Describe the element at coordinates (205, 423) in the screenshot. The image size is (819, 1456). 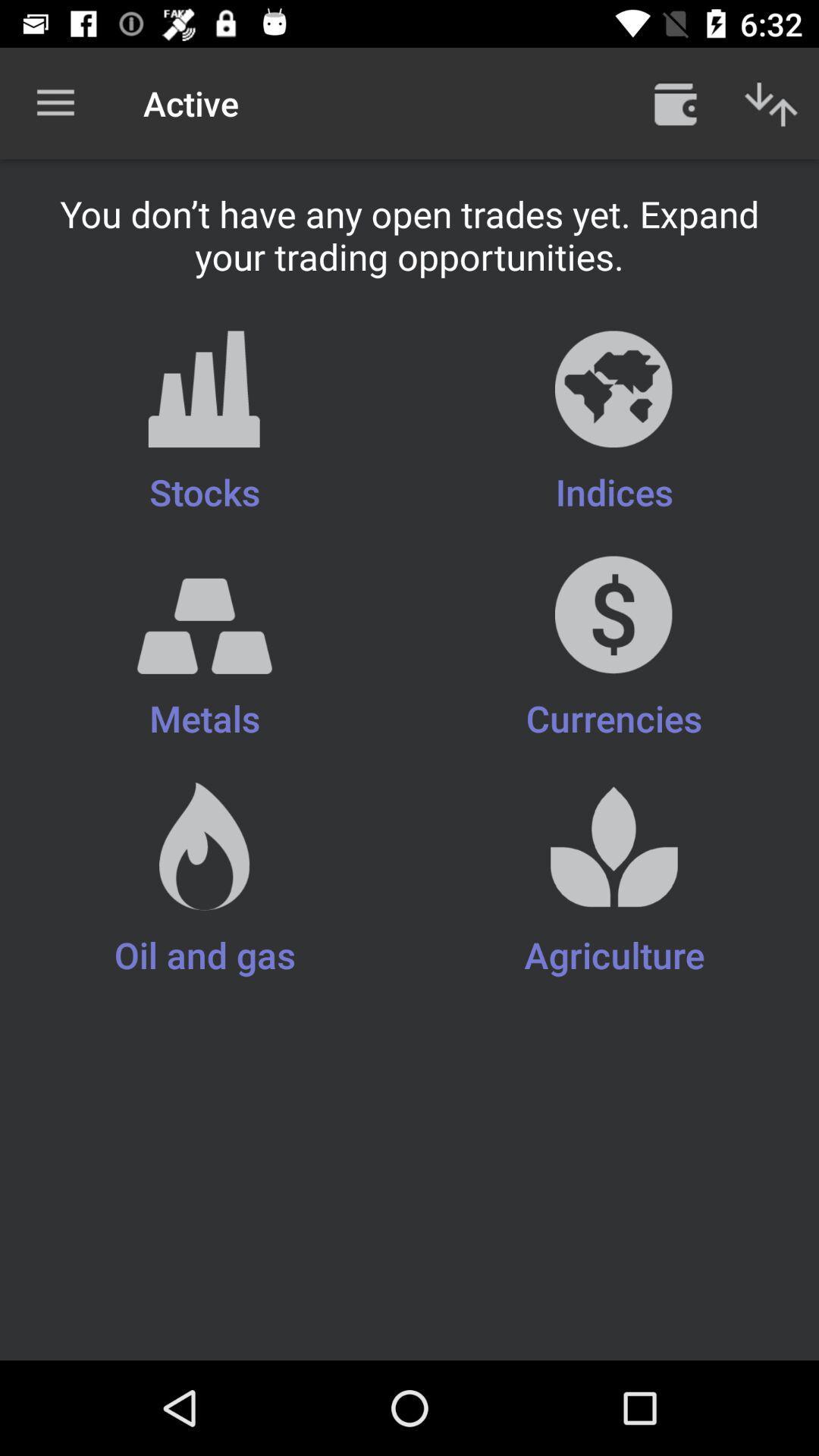
I see `the icon above the currencies item` at that location.